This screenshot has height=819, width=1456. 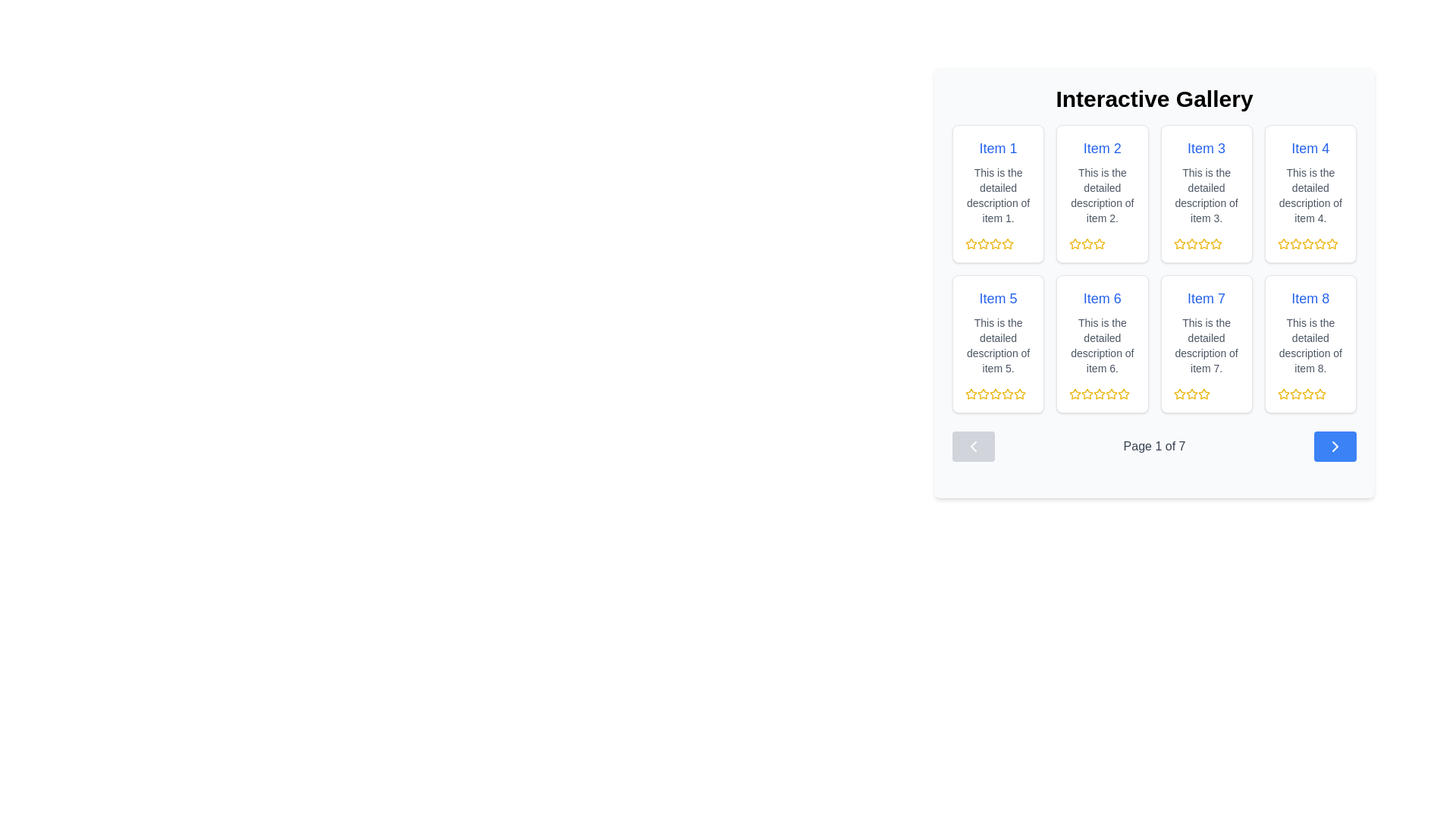 What do you see at coordinates (1282, 394) in the screenshot?
I see `the first star icon in the rating system located under the eighth item in the gallery` at bounding box center [1282, 394].